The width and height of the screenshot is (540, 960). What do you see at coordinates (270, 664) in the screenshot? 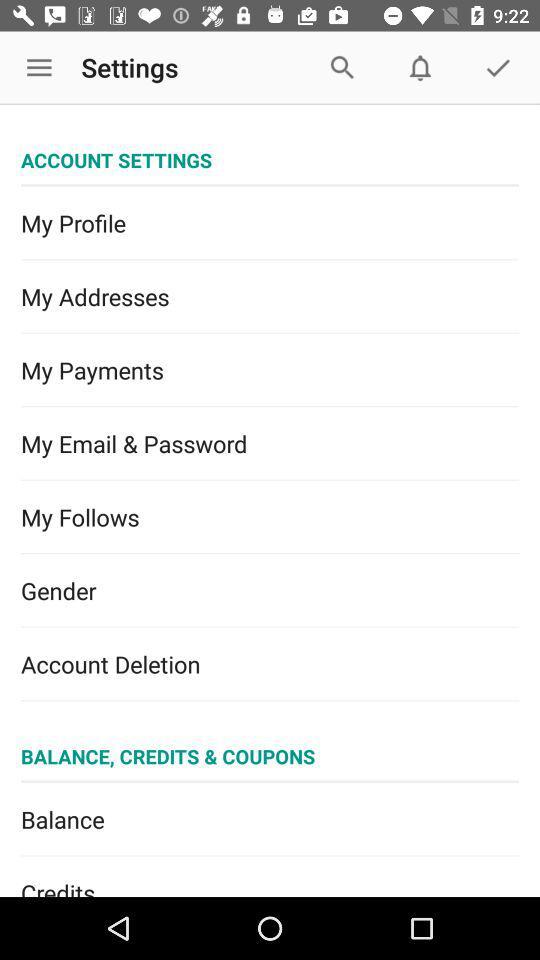
I see `the icon below the gender item` at bounding box center [270, 664].